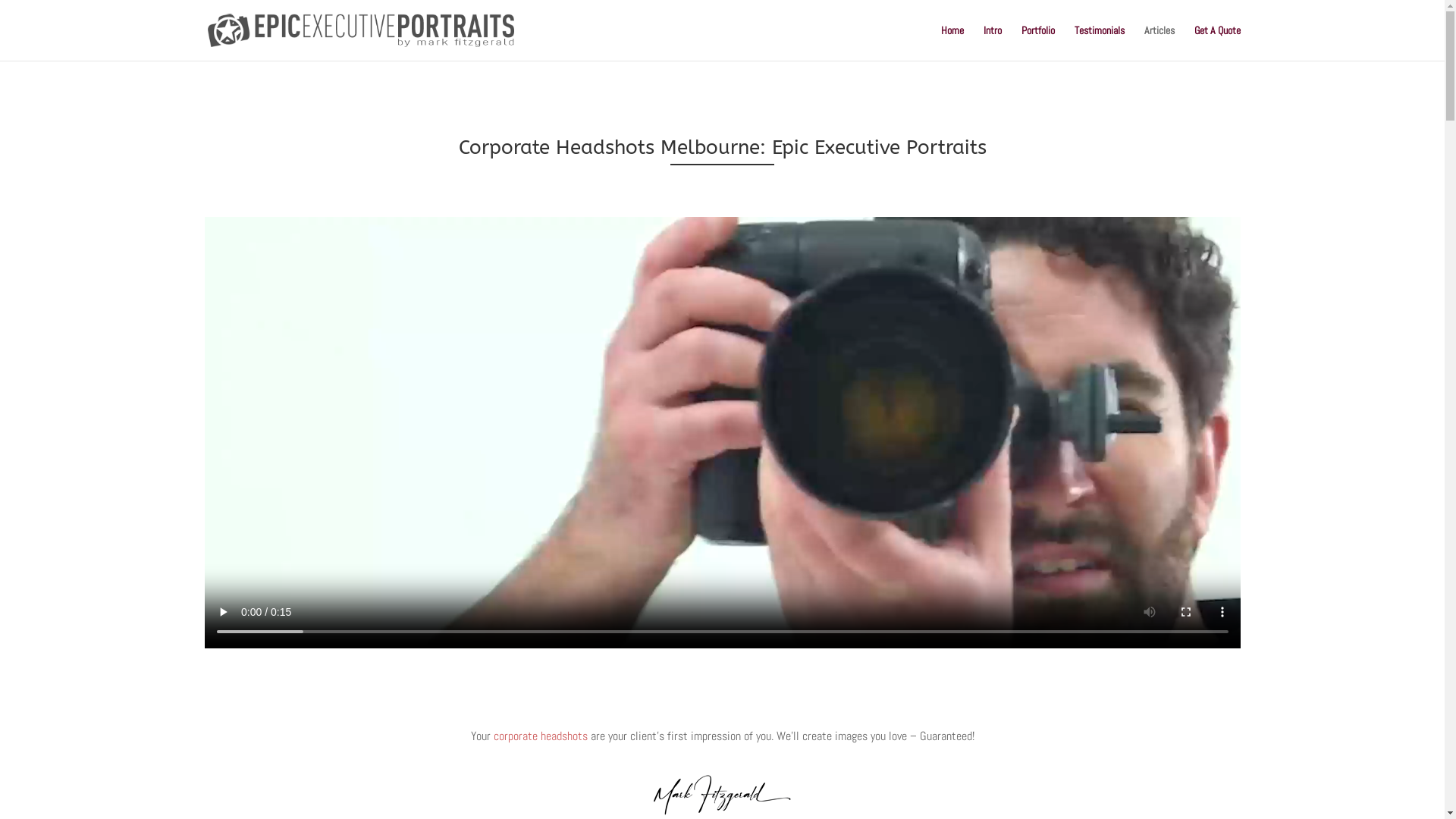 The width and height of the screenshot is (1456, 819). I want to click on 'Mark-fitzgerald-photographer-signature-1', so click(721, 794).